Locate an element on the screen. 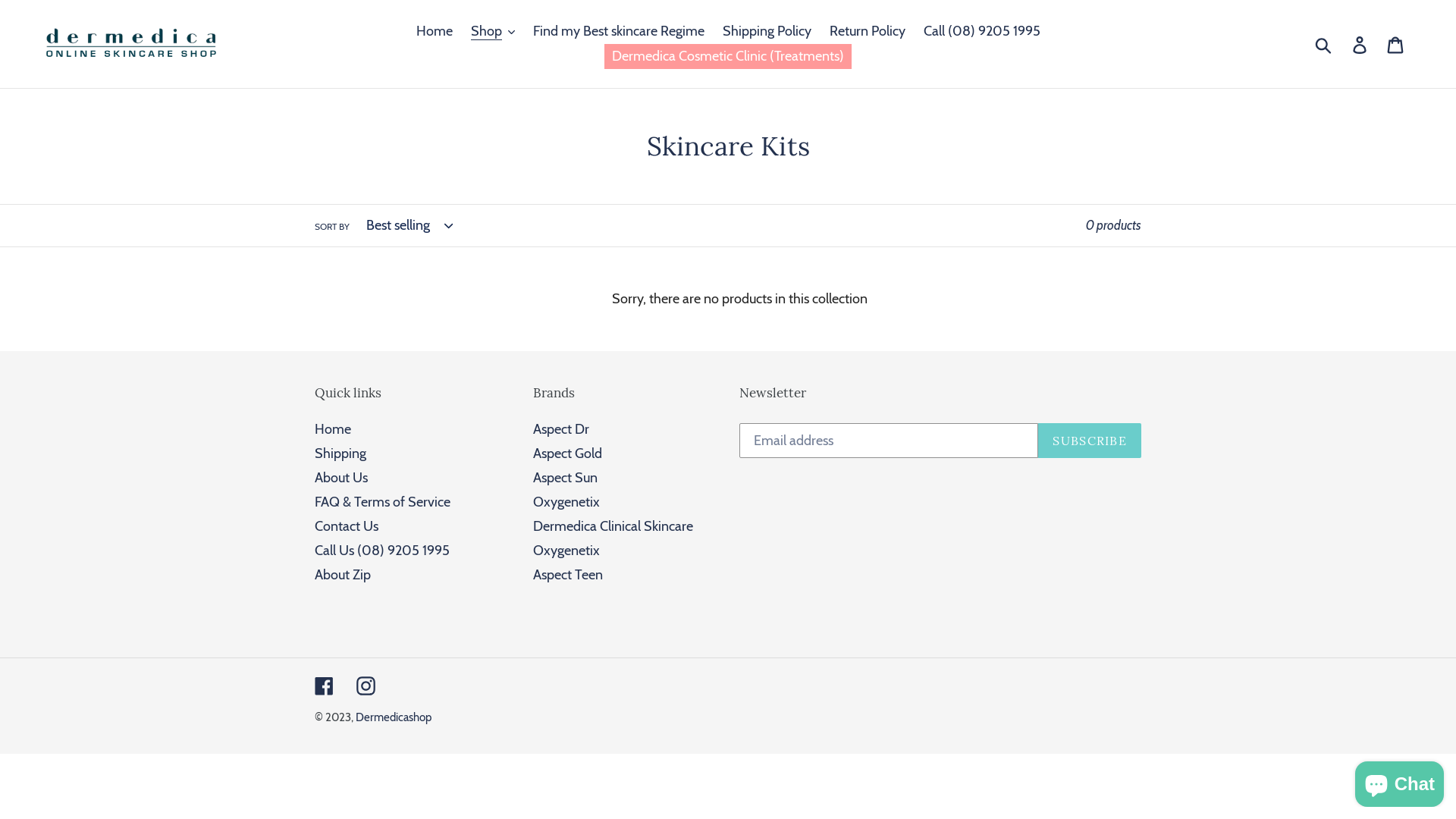 This screenshot has width=1456, height=819. 'Contact Us' is located at coordinates (345, 526).